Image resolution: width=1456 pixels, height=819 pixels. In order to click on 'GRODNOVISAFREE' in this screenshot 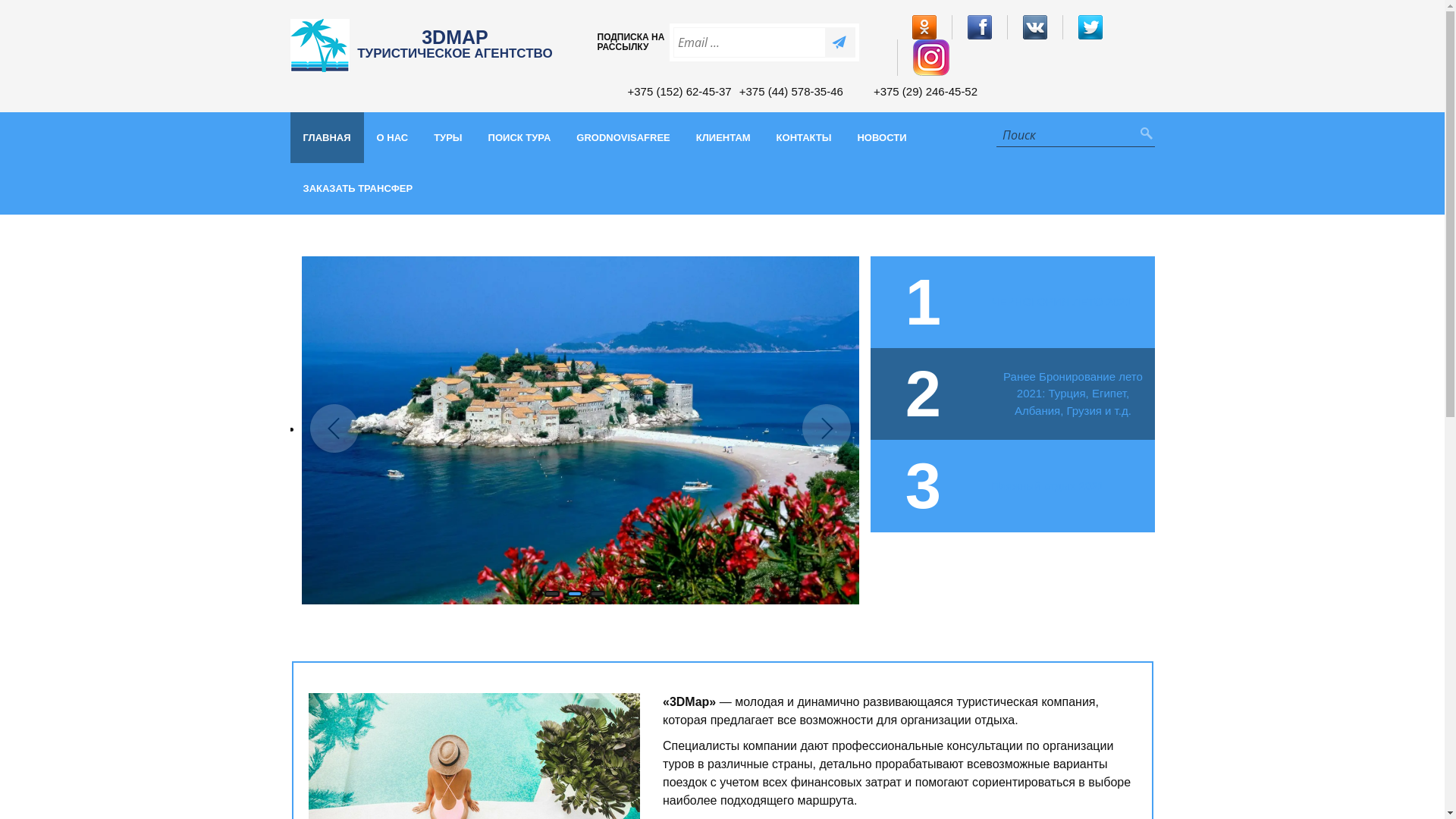, I will do `click(623, 137)`.